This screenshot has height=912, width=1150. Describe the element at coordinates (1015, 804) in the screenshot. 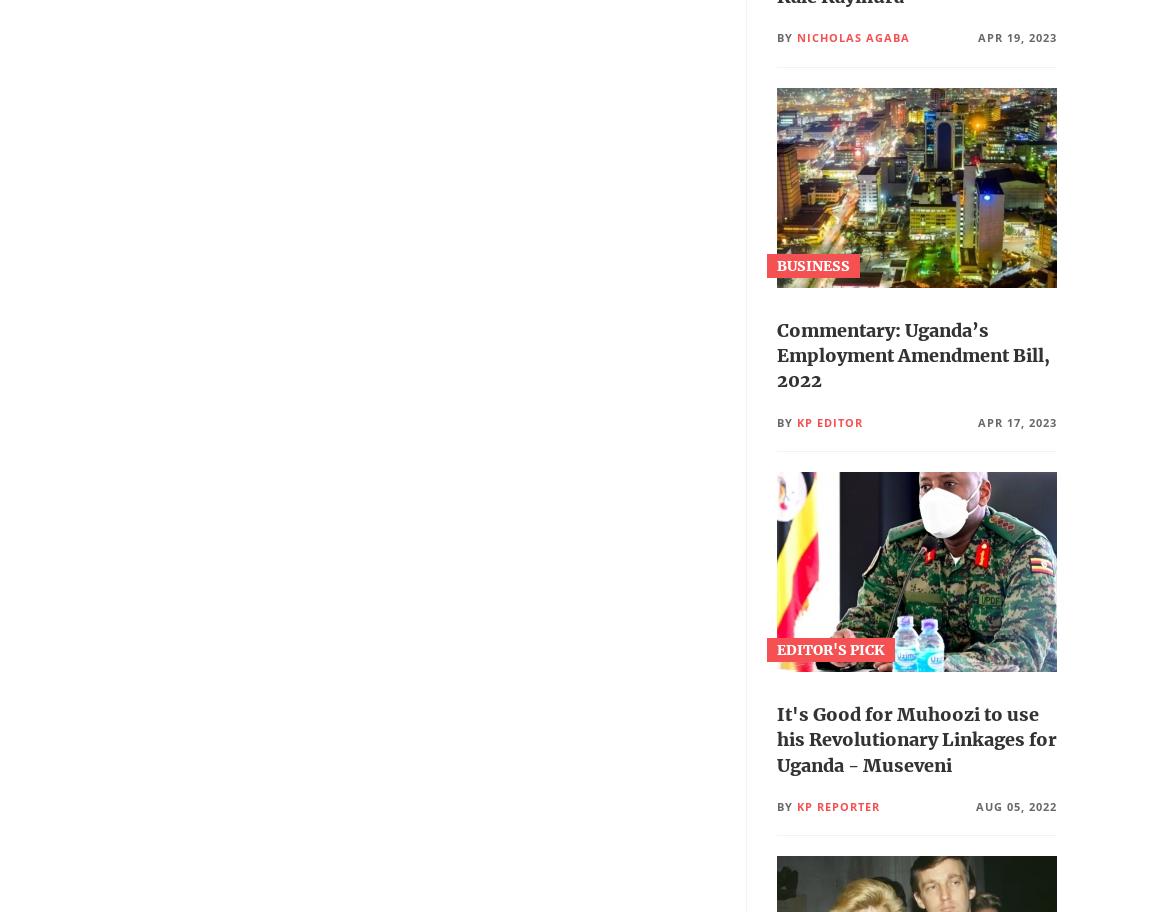

I see `'Aug 05, 2022'` at that location.